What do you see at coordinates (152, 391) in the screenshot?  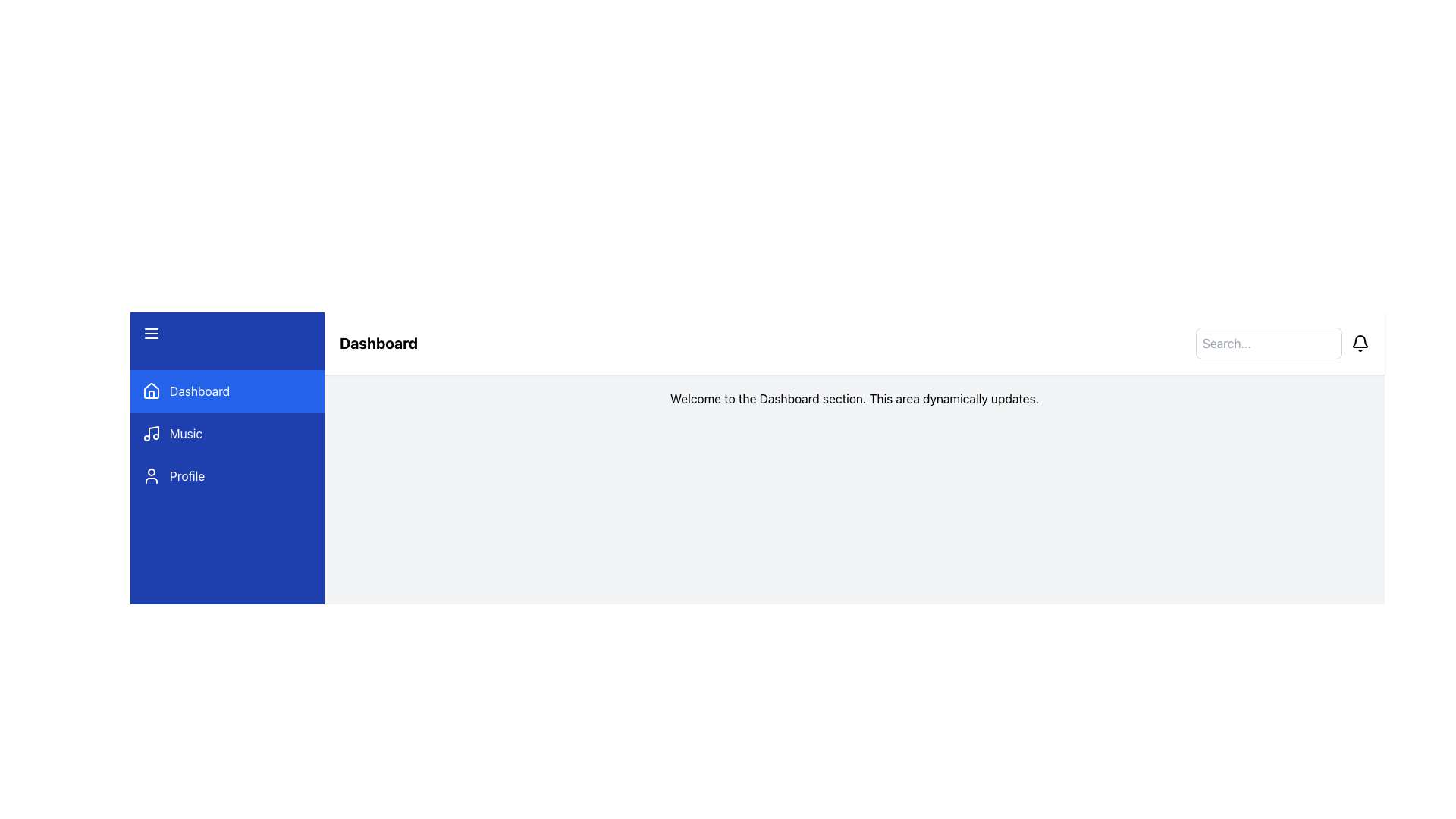 I see `the 'Dashboard' icon located in the sidebar on the left, which is positioned at the top of the vertical menu list` at bounding box center [152, 391].